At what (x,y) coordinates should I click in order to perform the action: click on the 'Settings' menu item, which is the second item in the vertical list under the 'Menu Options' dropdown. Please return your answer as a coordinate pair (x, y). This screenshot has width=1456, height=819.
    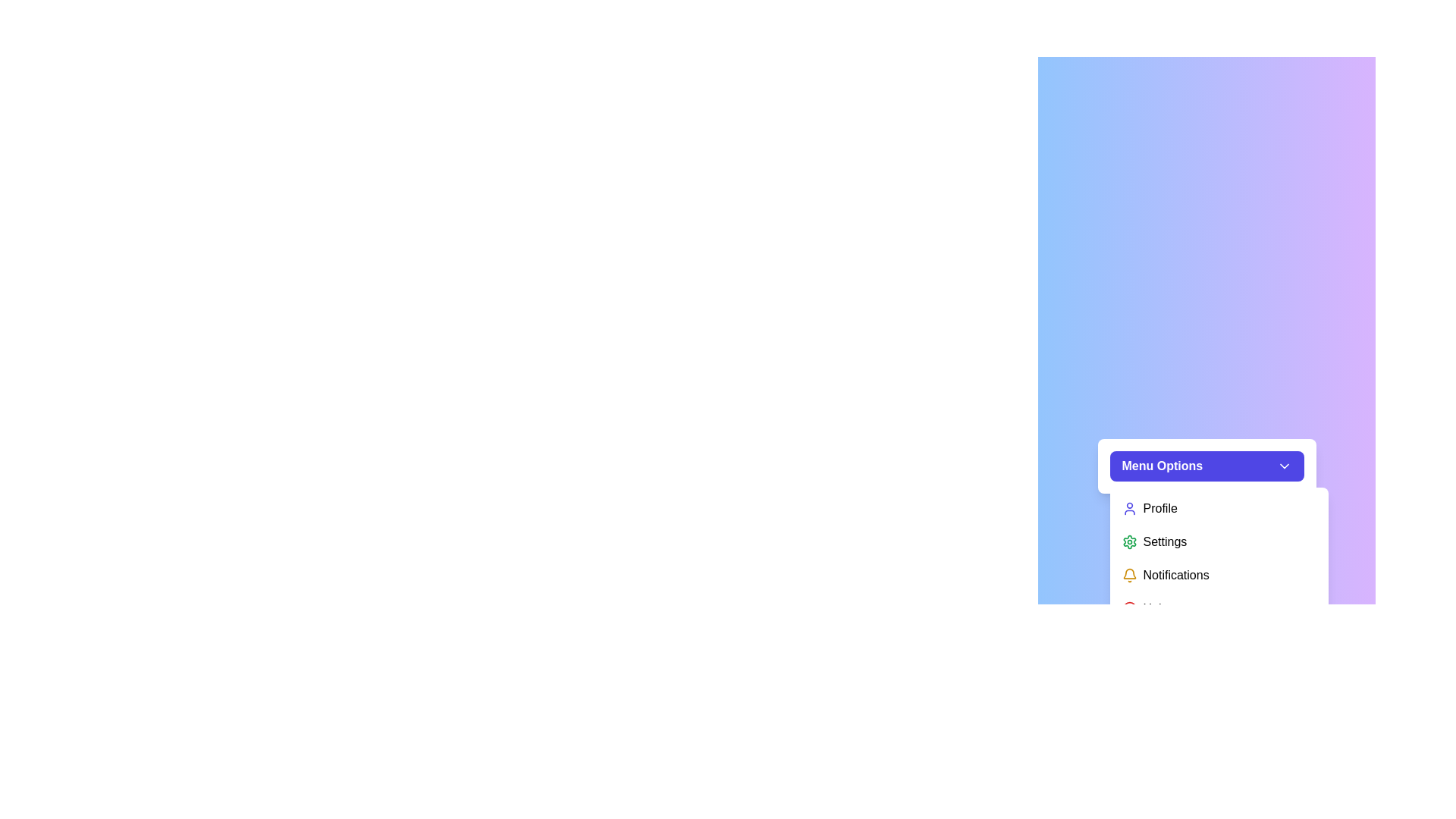
    Looking at the image, I should click on (1219, 541).